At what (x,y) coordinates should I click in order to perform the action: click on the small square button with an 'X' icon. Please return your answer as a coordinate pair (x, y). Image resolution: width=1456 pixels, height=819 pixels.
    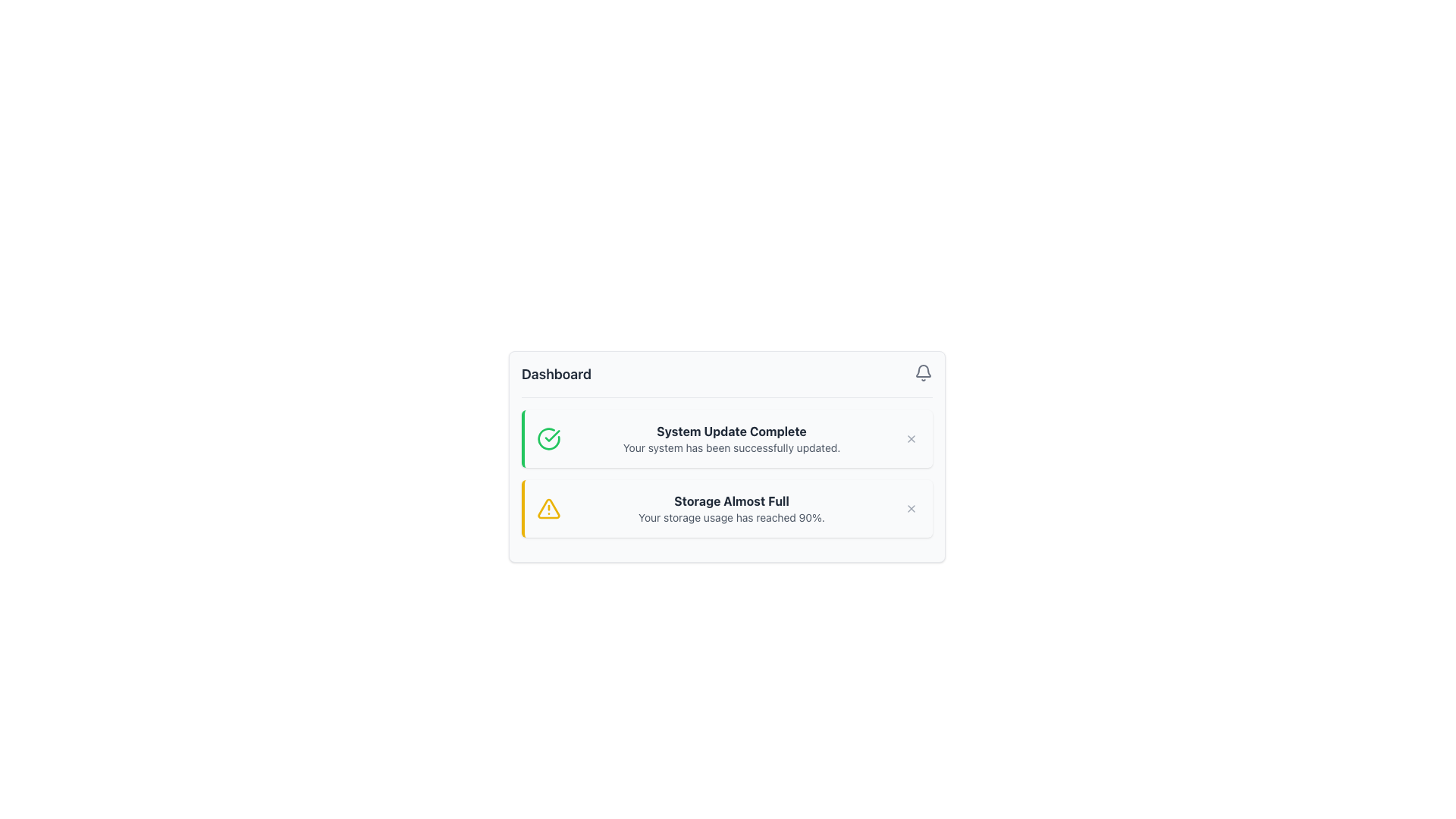
    Looking at the image, I should click on (910, 509).